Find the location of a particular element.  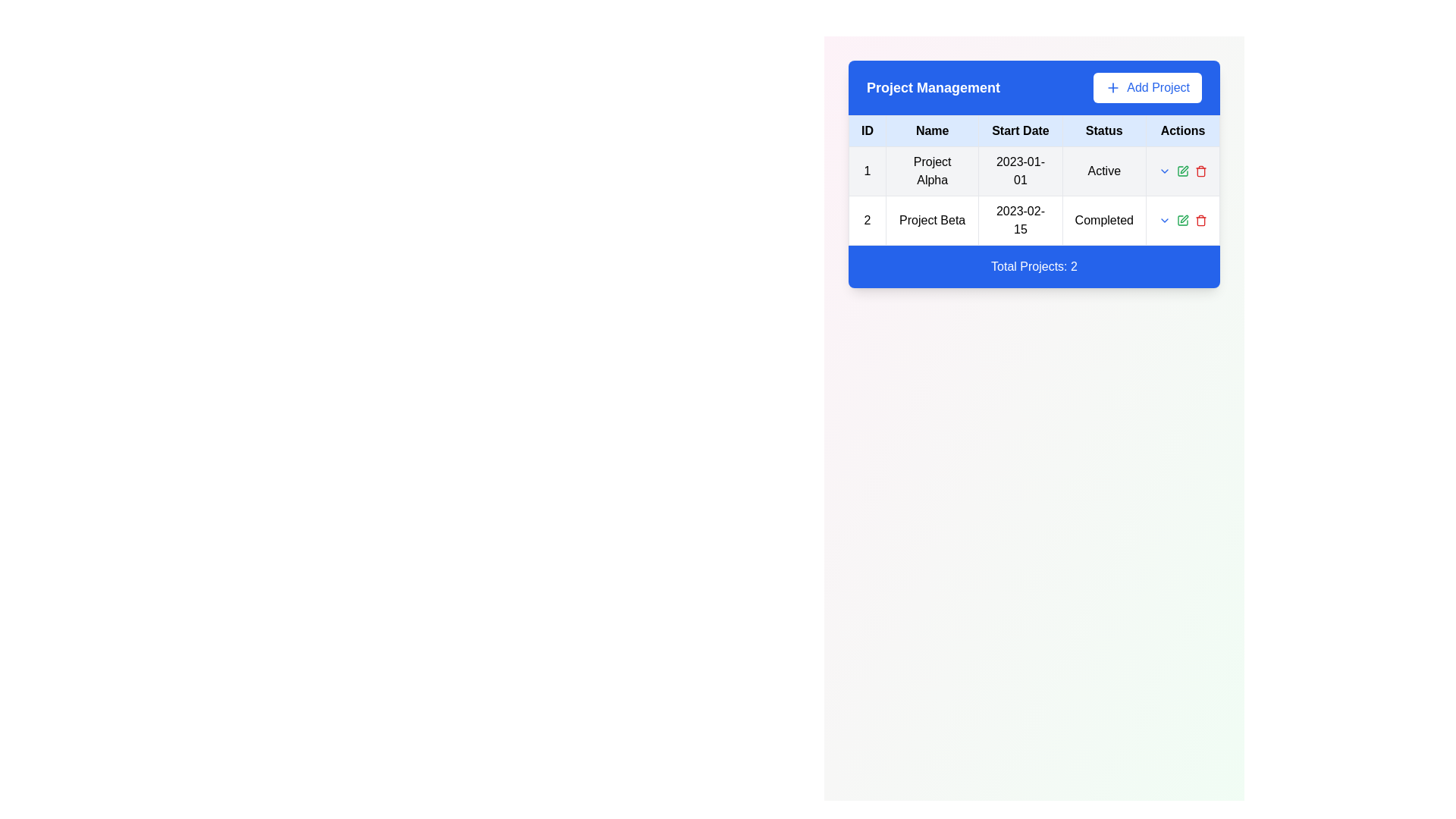

the icon button located in the 'Actions' column of the second row in the 'Project Beta' table for keyboard interactions is located at coordinates (1182, 171).